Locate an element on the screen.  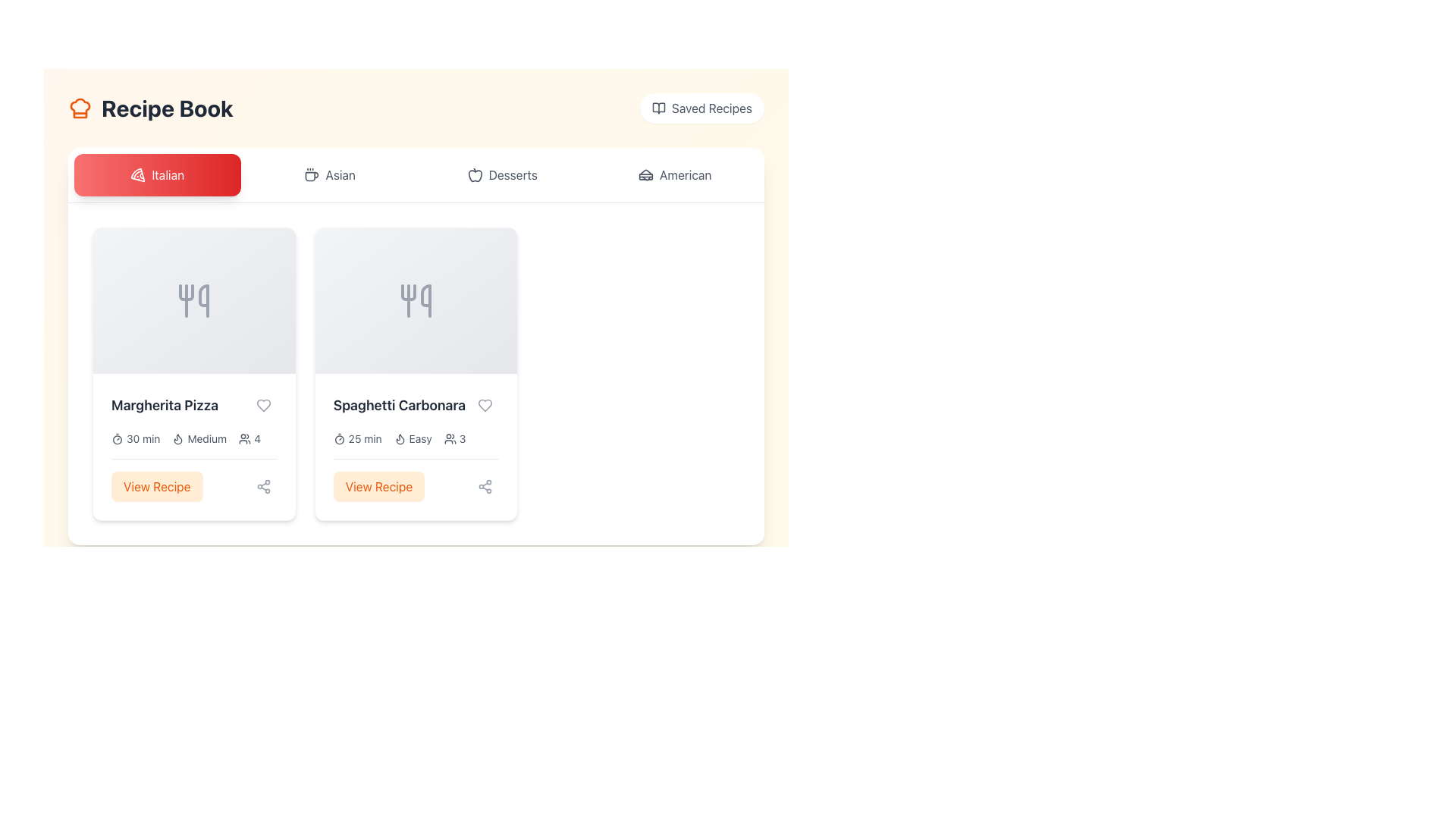
the leftmost vertical utensil-like graphic (fork) icon styled in a monochromatic gray tone within the 'Margherita Pizza' card's SVG icon group is located at coordinates (186, 292).